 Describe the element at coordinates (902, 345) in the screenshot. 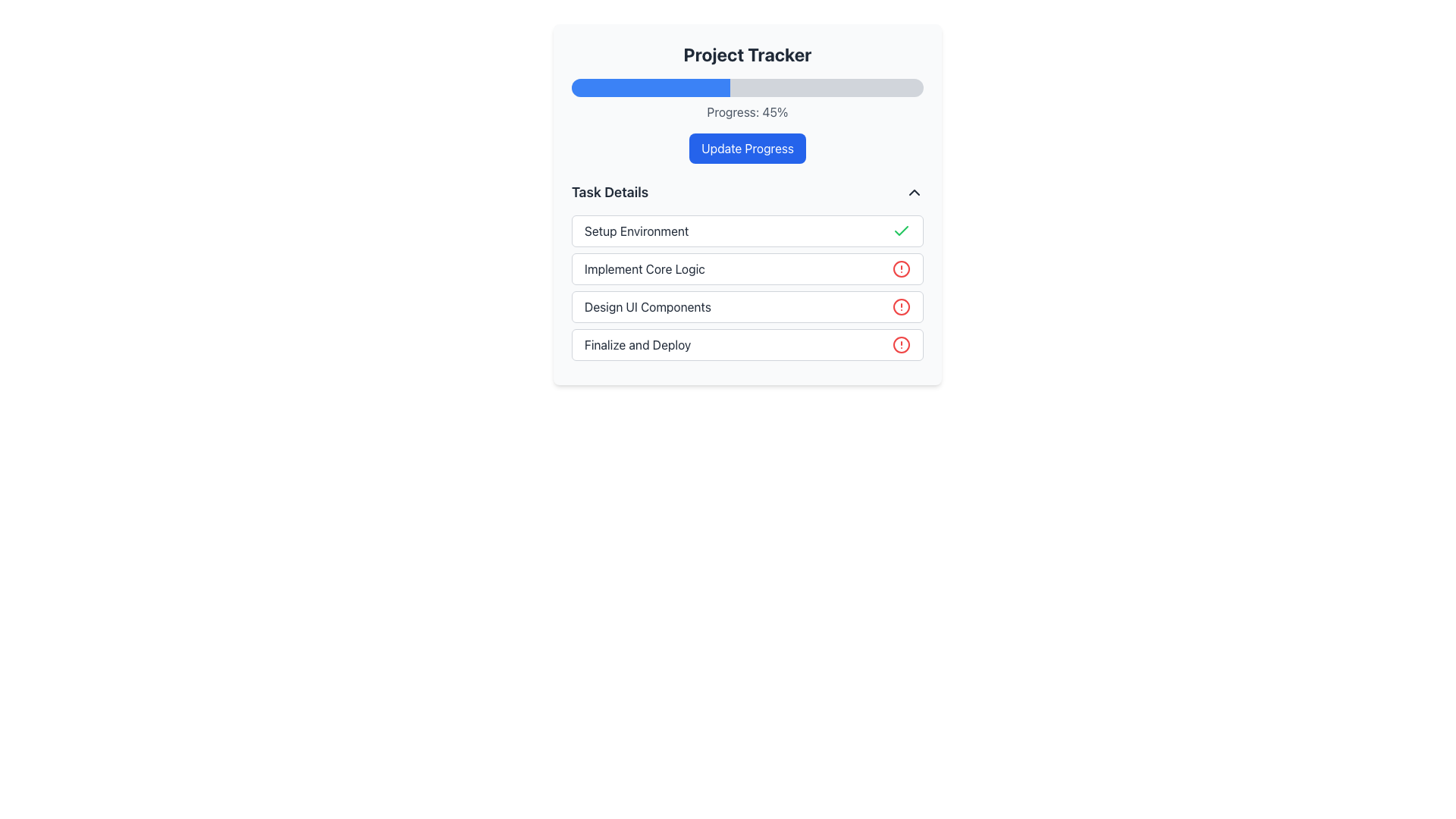

I see `the circular part of the alert icon indicating an incomplete task in the 'Finalize and Deploy' section` at that location.